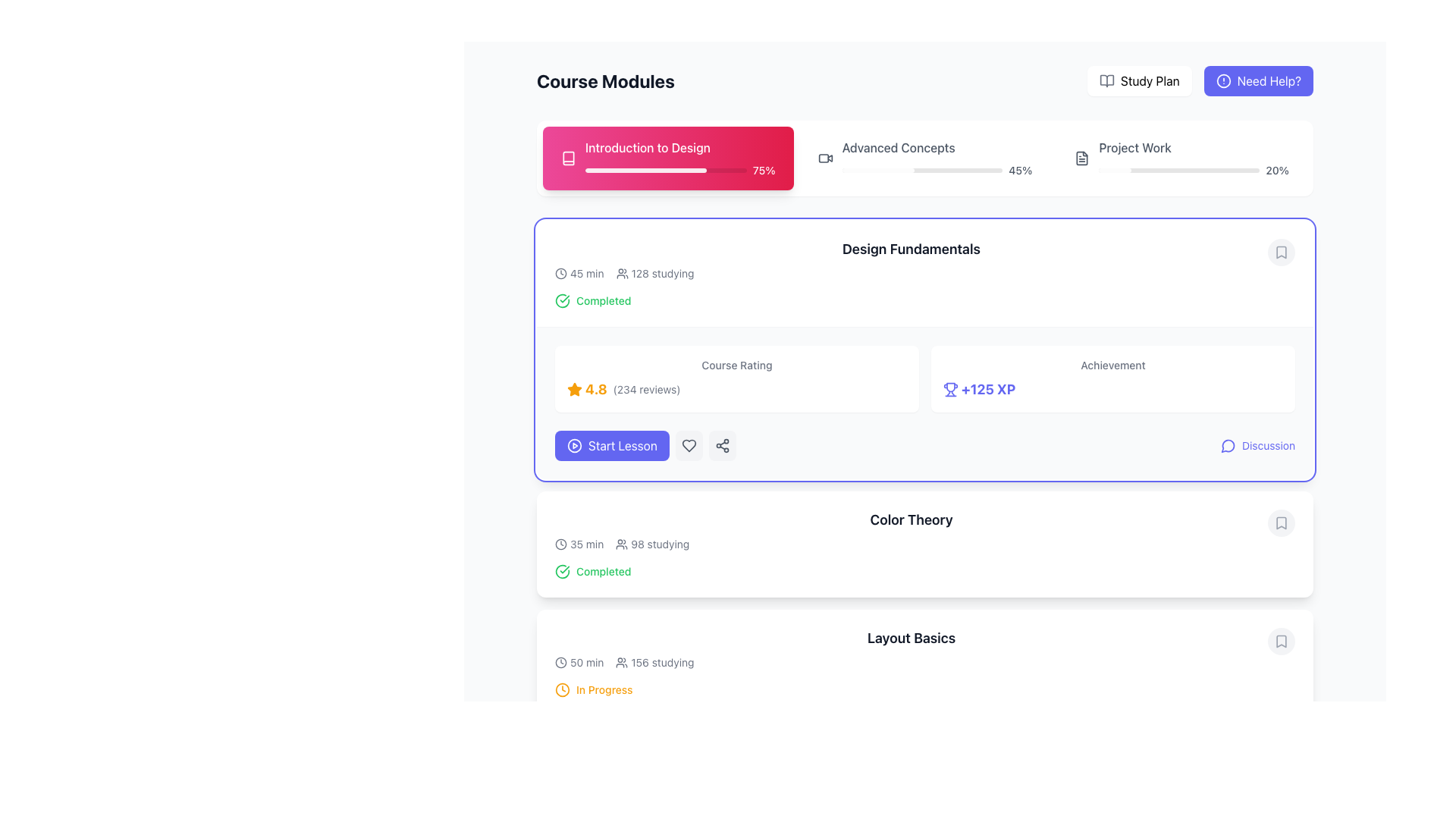 The width and height of the screenshot is (1456, 819). I want to click on the progress visually conveyed by the progress indicator segment representing 75% completion within the 'Introduction to Design' module card, so click(645, 170).